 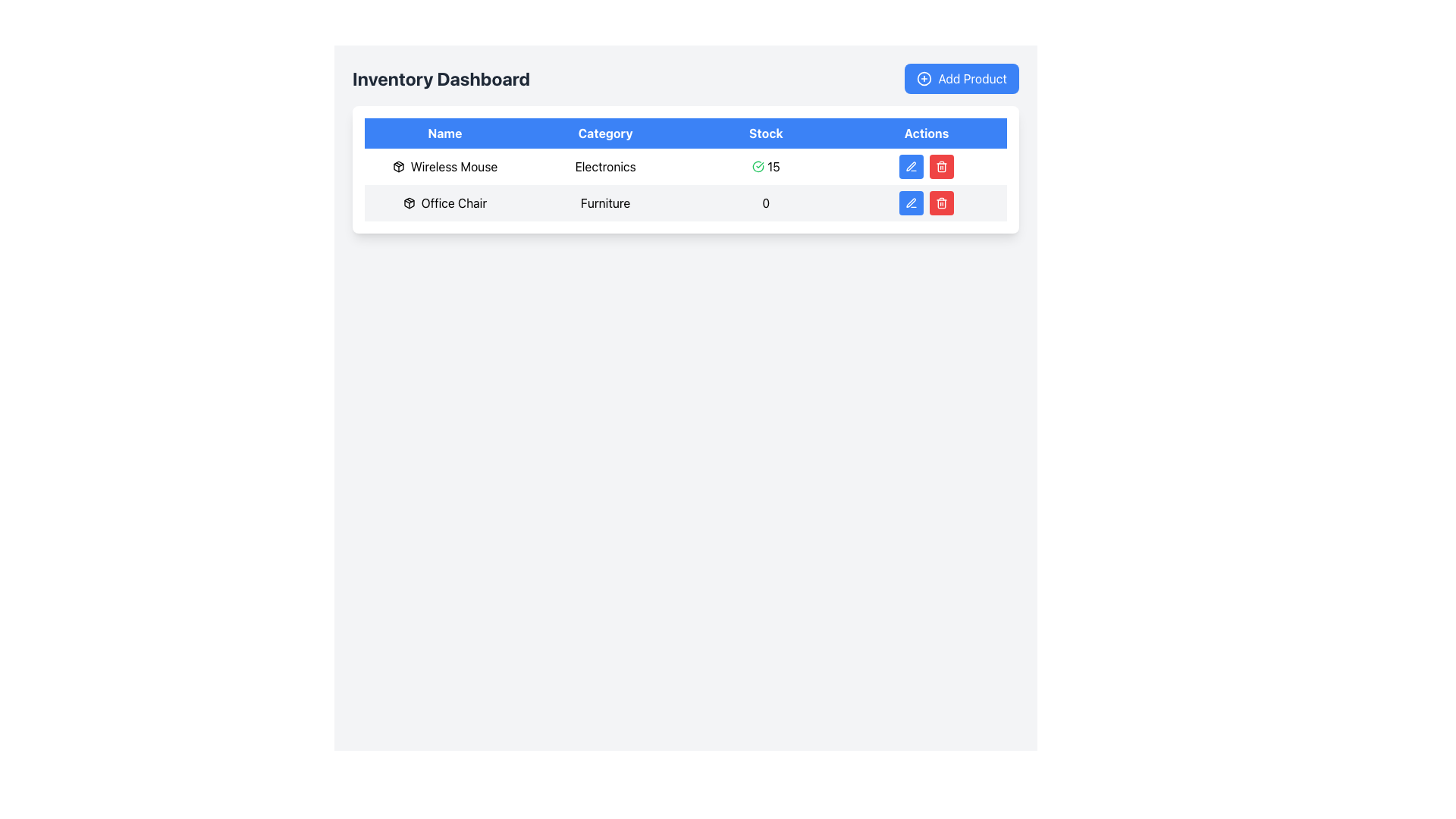 I want to click on the Text label displaying the stock quantity of '0', located in the second row of the table under the 'Stock' column, aligned with 'Office Chair' in the 'Name' column, so click(x=766, y=202).